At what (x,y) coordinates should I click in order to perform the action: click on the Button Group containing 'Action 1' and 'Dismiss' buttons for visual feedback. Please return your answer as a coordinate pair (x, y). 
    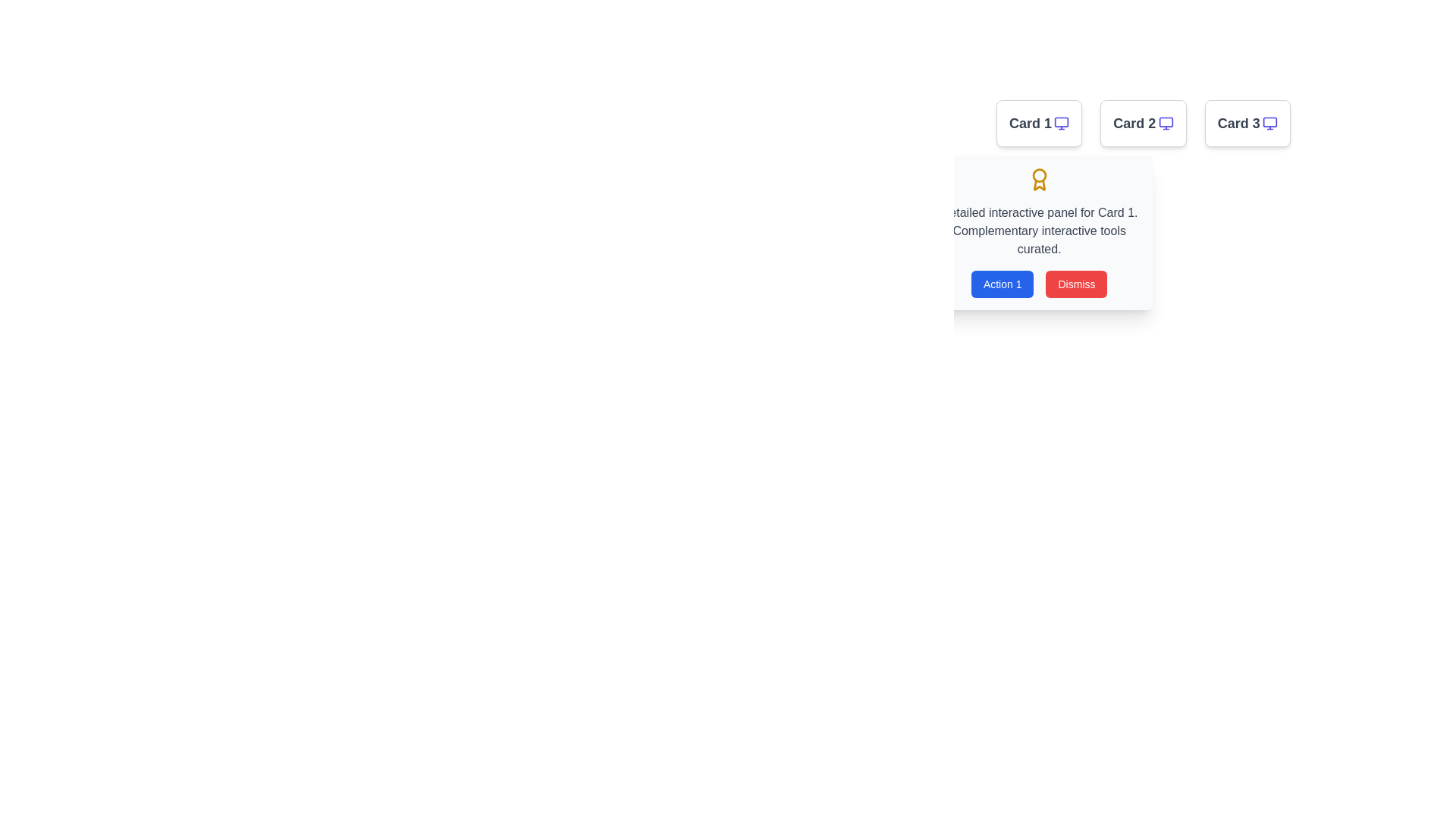
    Looking at the image, I should click on (1038, 284).